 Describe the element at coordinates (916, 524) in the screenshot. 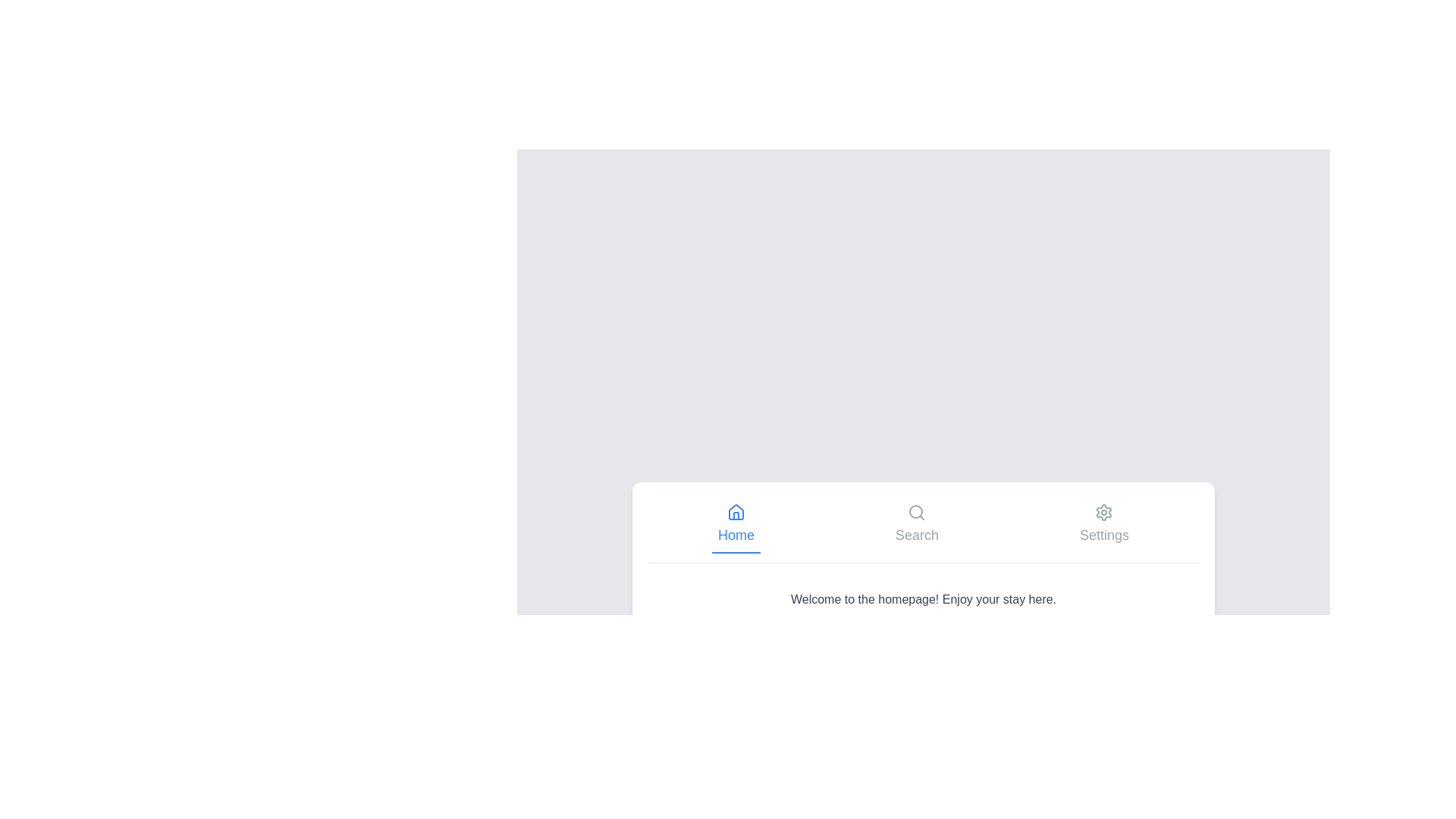

I see `the tab labeled Search to observe its visual feedback` at that location.